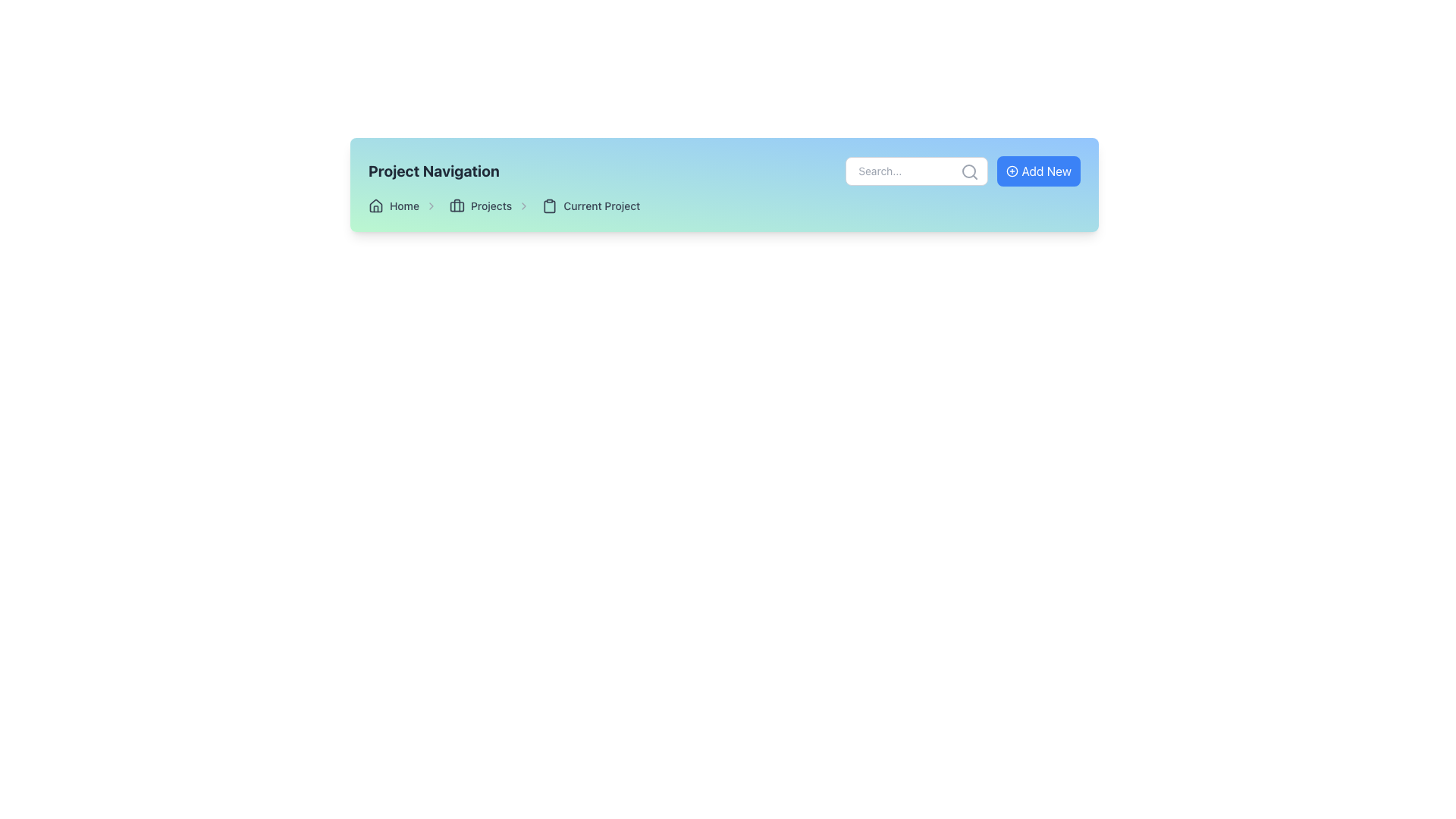  What do you see at coordinates (403, 206) in the screenshot?
I see `the first breadcrumb item in the navigation bar that represents the homepage of the website` at bounding box center [403, 206].